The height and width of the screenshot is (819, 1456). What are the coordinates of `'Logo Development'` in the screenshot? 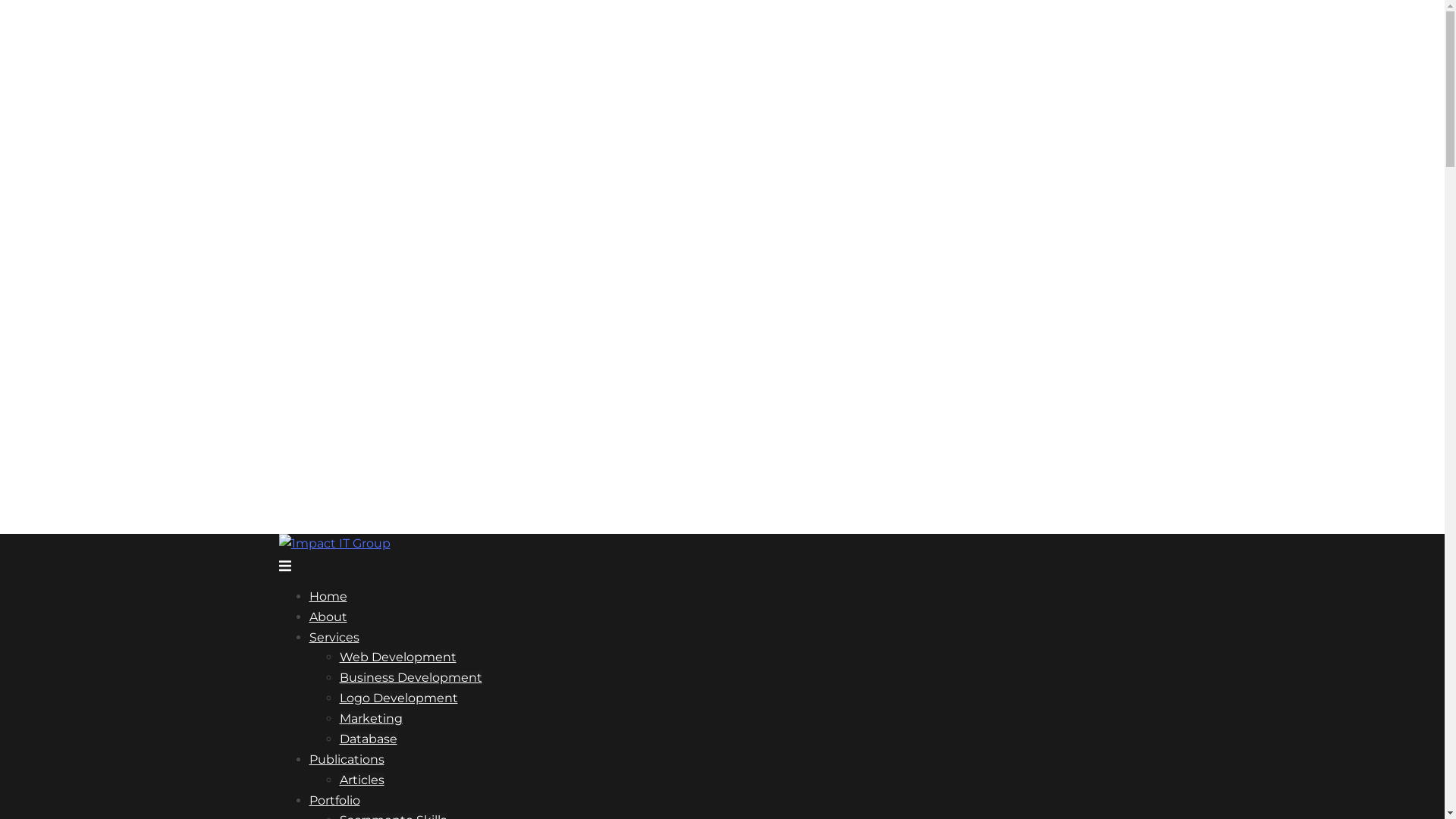 It's located at (399, 698).